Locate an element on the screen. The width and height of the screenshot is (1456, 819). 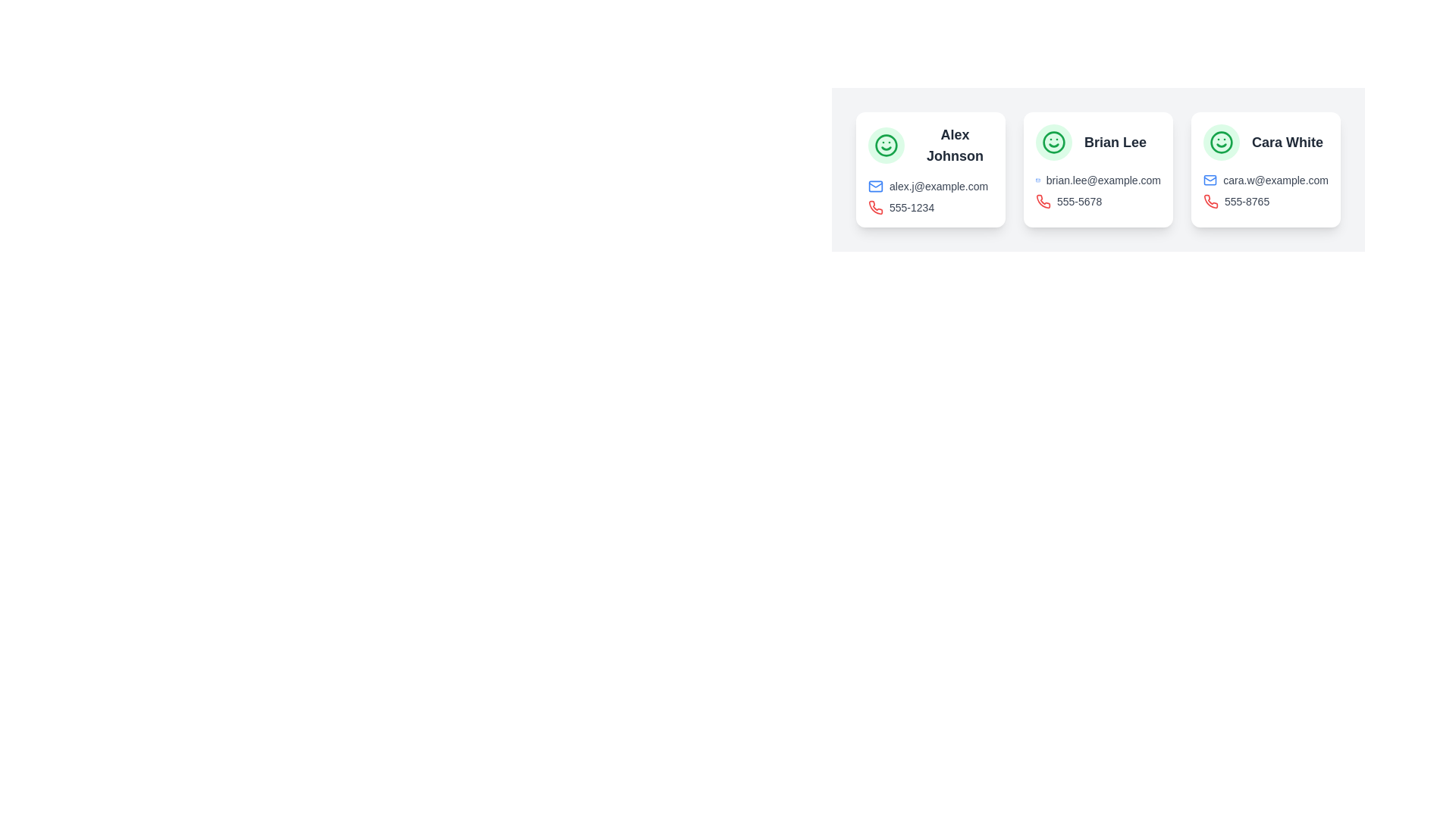
the email icon in the Contact Information Display for Cara White, located at the bottom of her card, below her name and avatar is located at coordinates (1266, 190).